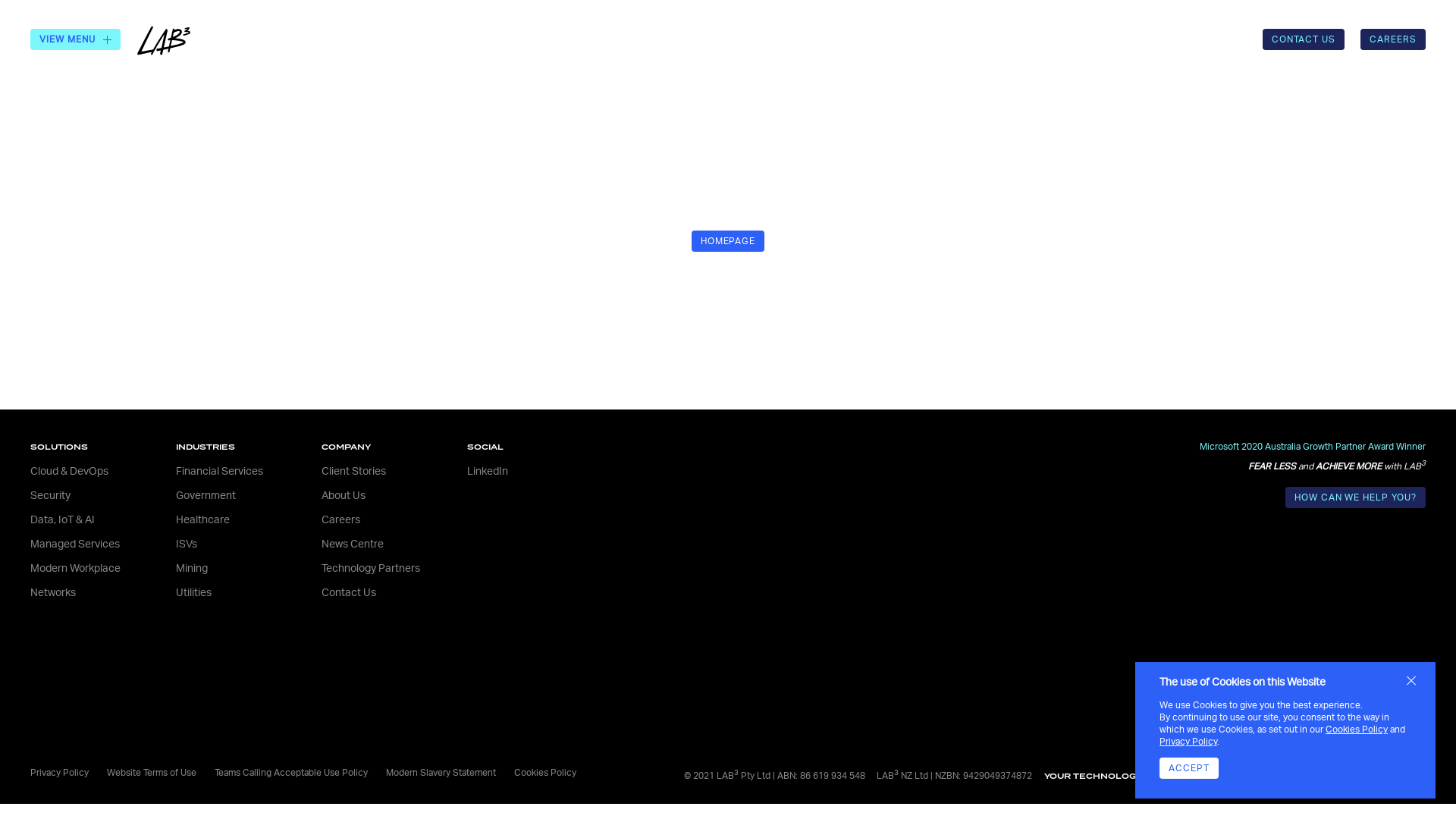 The height and width of the screenshot is (819, 1456). What do you see at coordinates (371, 568) in the screenshot?
I see `'Technology Partners'` at bounding box center [371, 568].